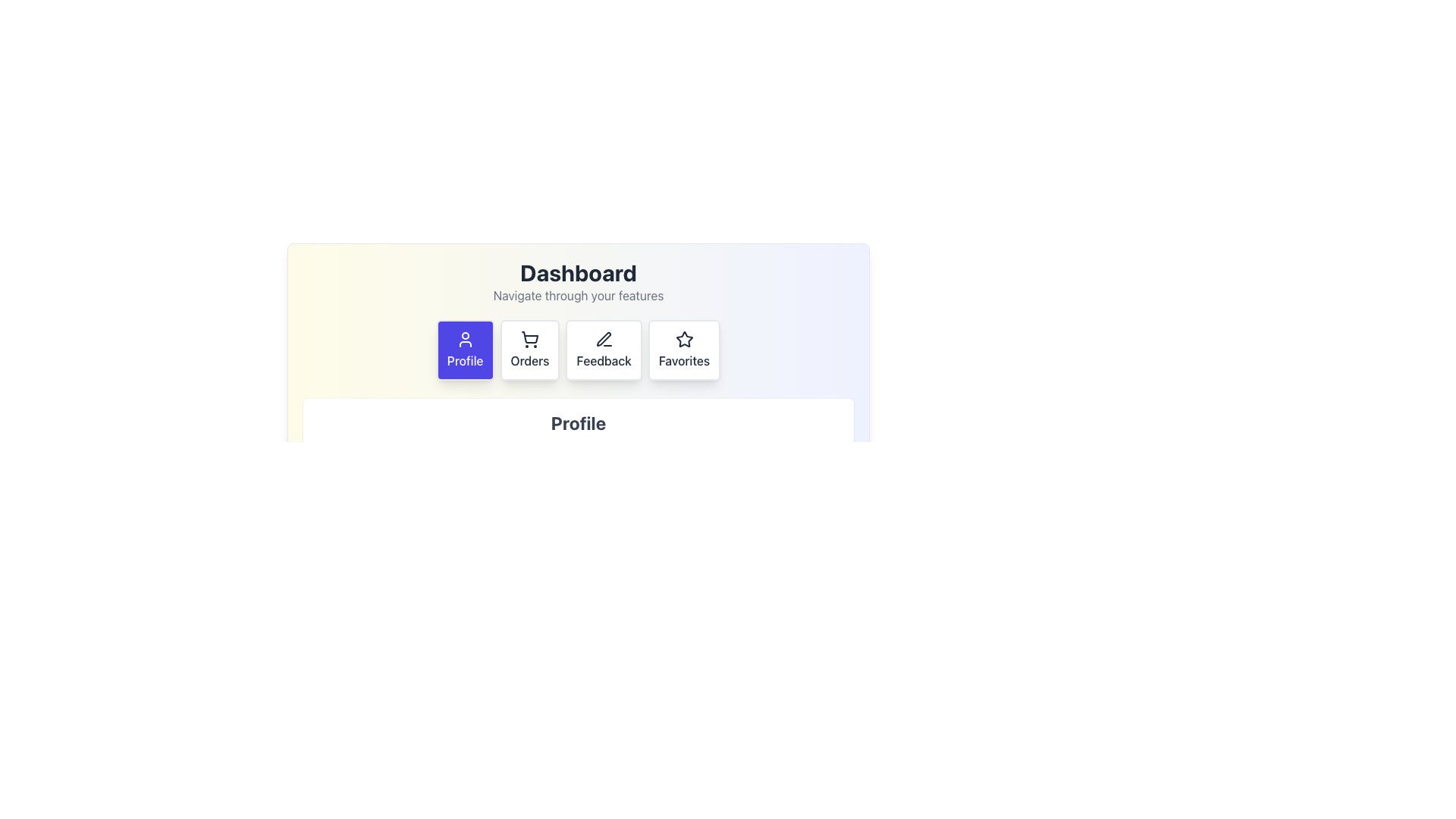  Describe the element at coordinates (603, 350) in the screenshot. I see `the 'Feedback' button, which is a rectangular button with rounded corners, located beneath the 'Dashboard' heading, and positioned between the 'Orders' and 'Favorites' buttons` at that location.